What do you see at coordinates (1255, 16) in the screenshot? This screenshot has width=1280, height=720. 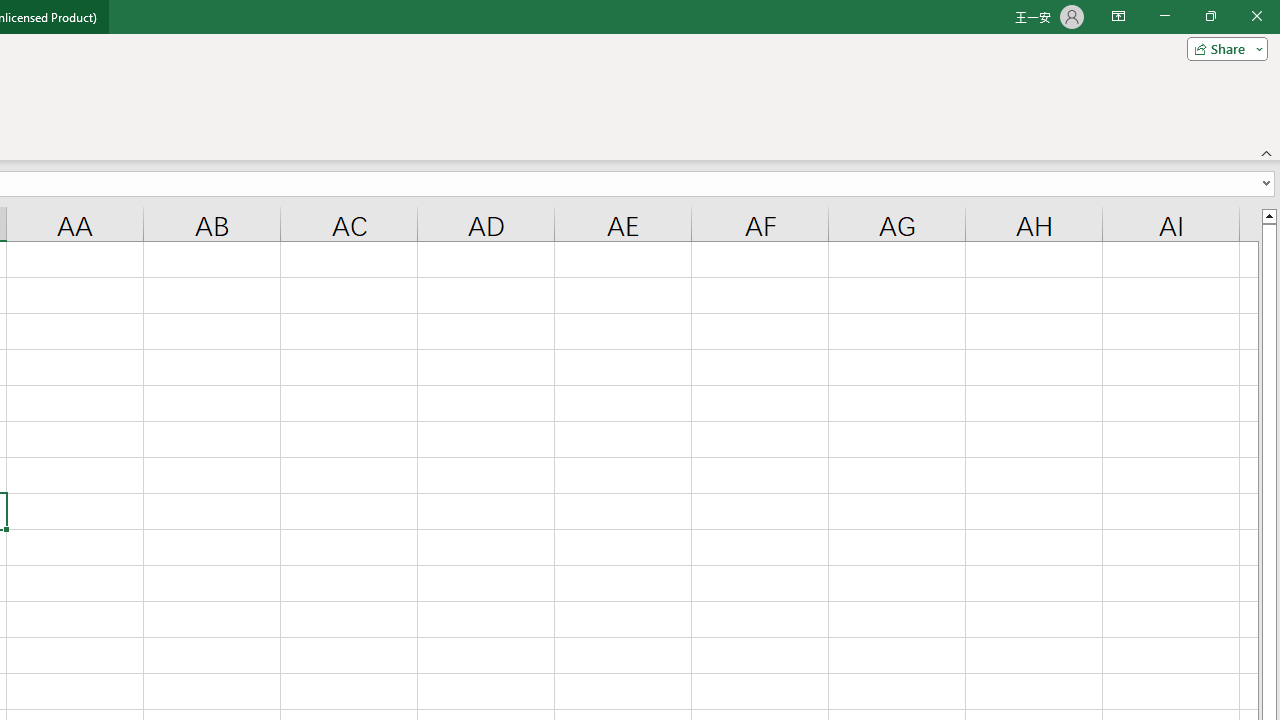 I see `'Close'` at bounding box center [1255, 16].